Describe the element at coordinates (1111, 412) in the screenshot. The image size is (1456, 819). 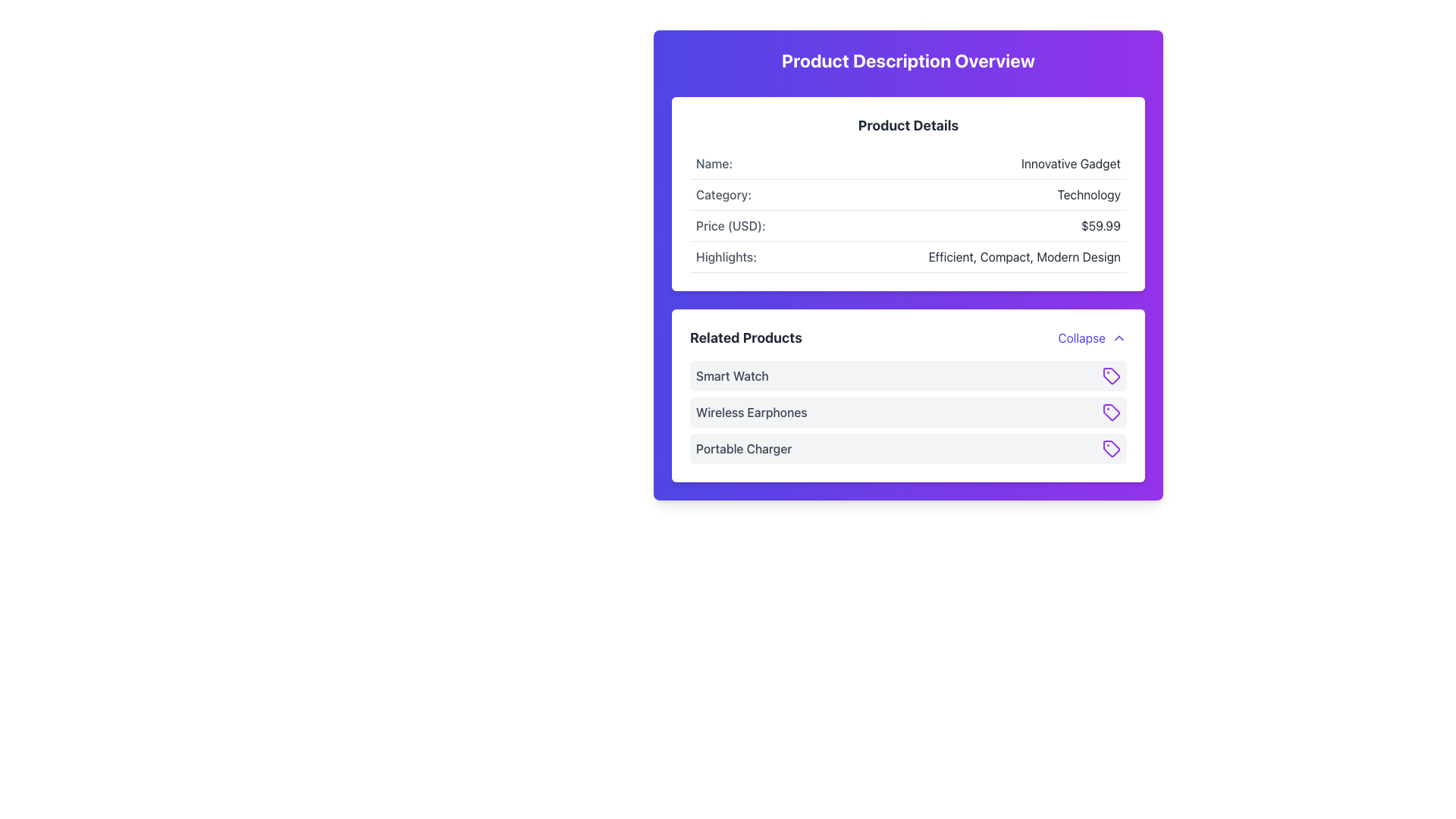
I see `the third icon in the vertical list representing the 'Portable Charger' product in the 'Related Products' section` at that location.